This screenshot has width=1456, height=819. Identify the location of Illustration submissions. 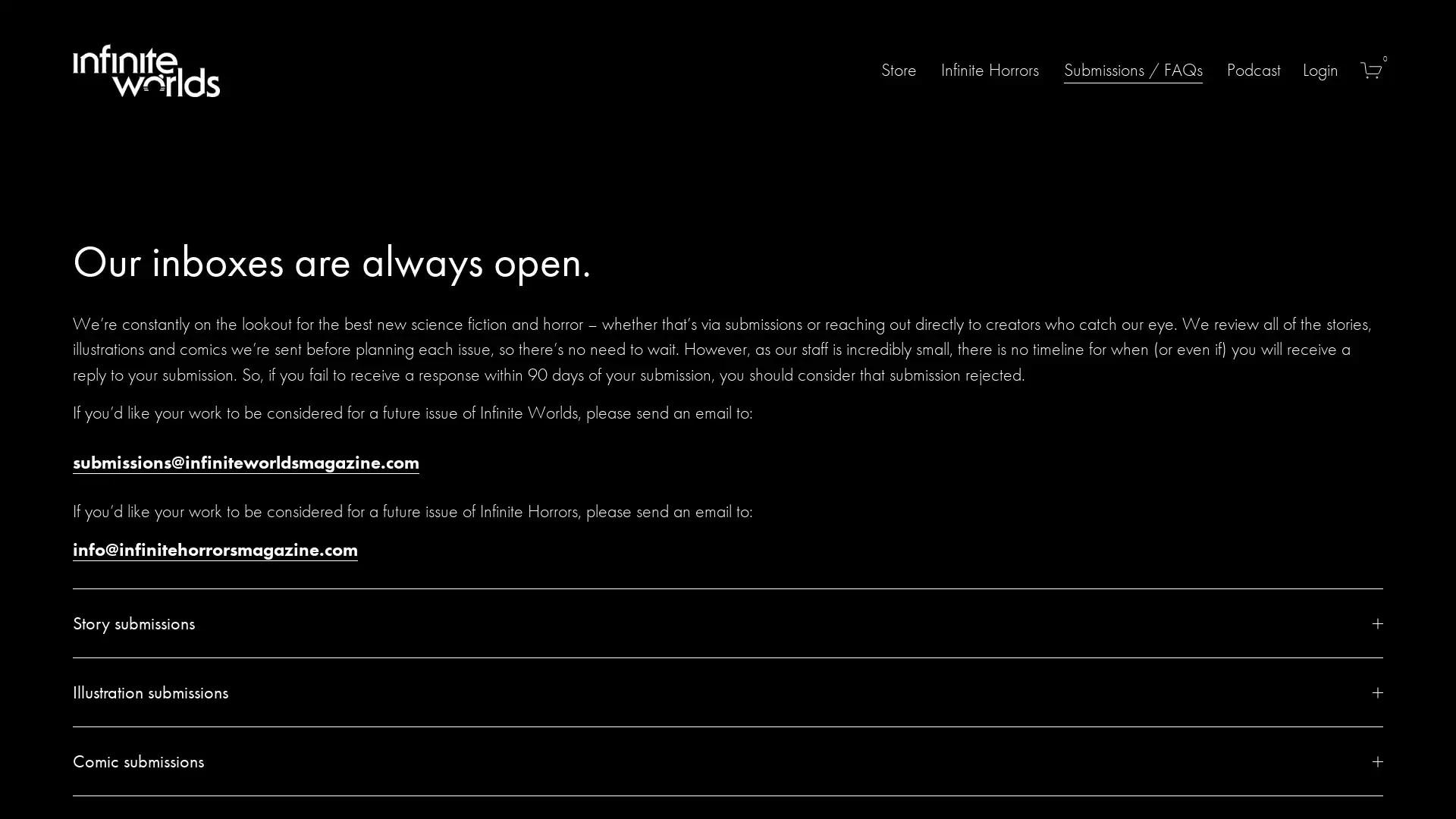
(728, 692).